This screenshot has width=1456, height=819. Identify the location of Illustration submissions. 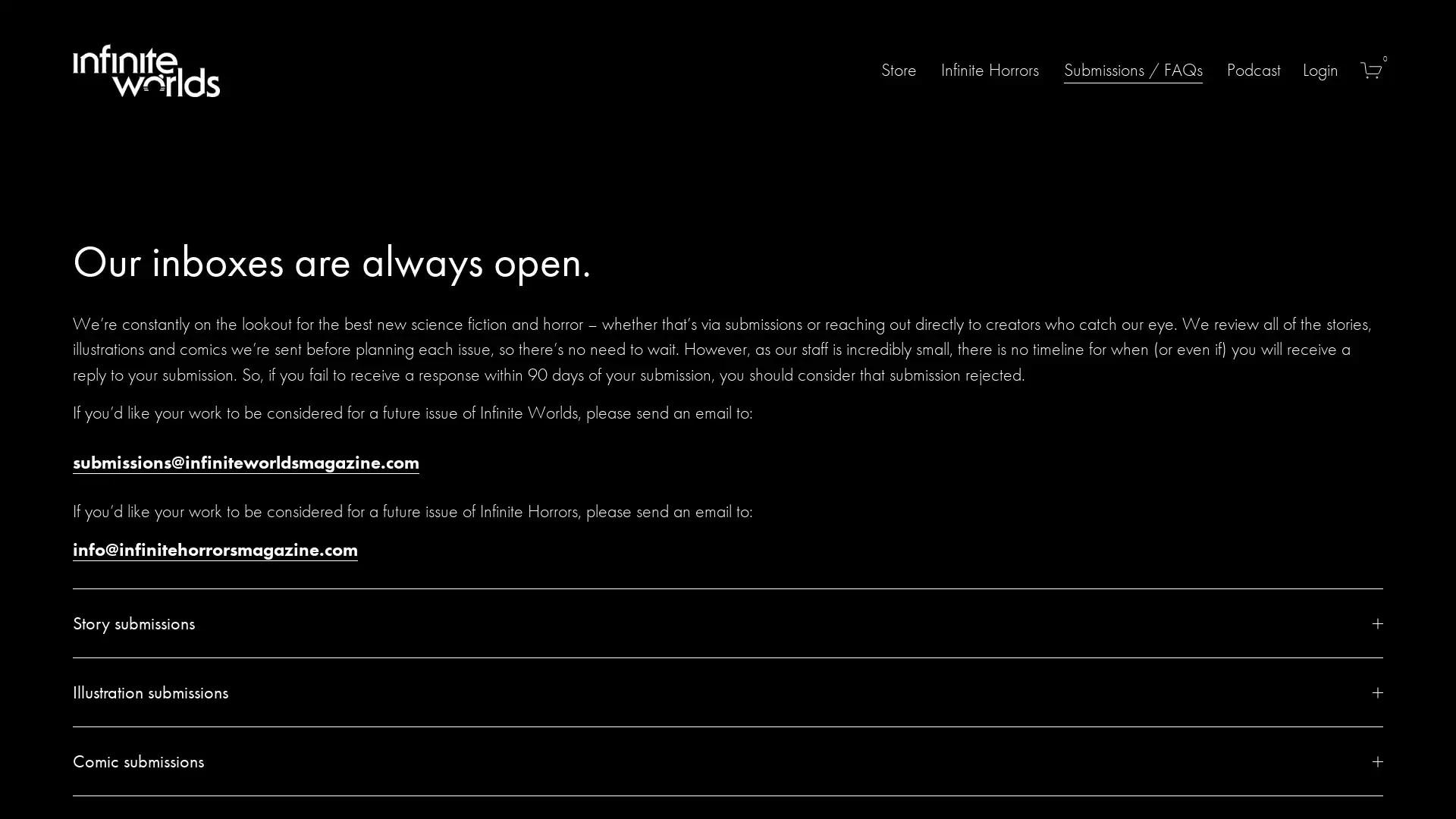
(728, 692).